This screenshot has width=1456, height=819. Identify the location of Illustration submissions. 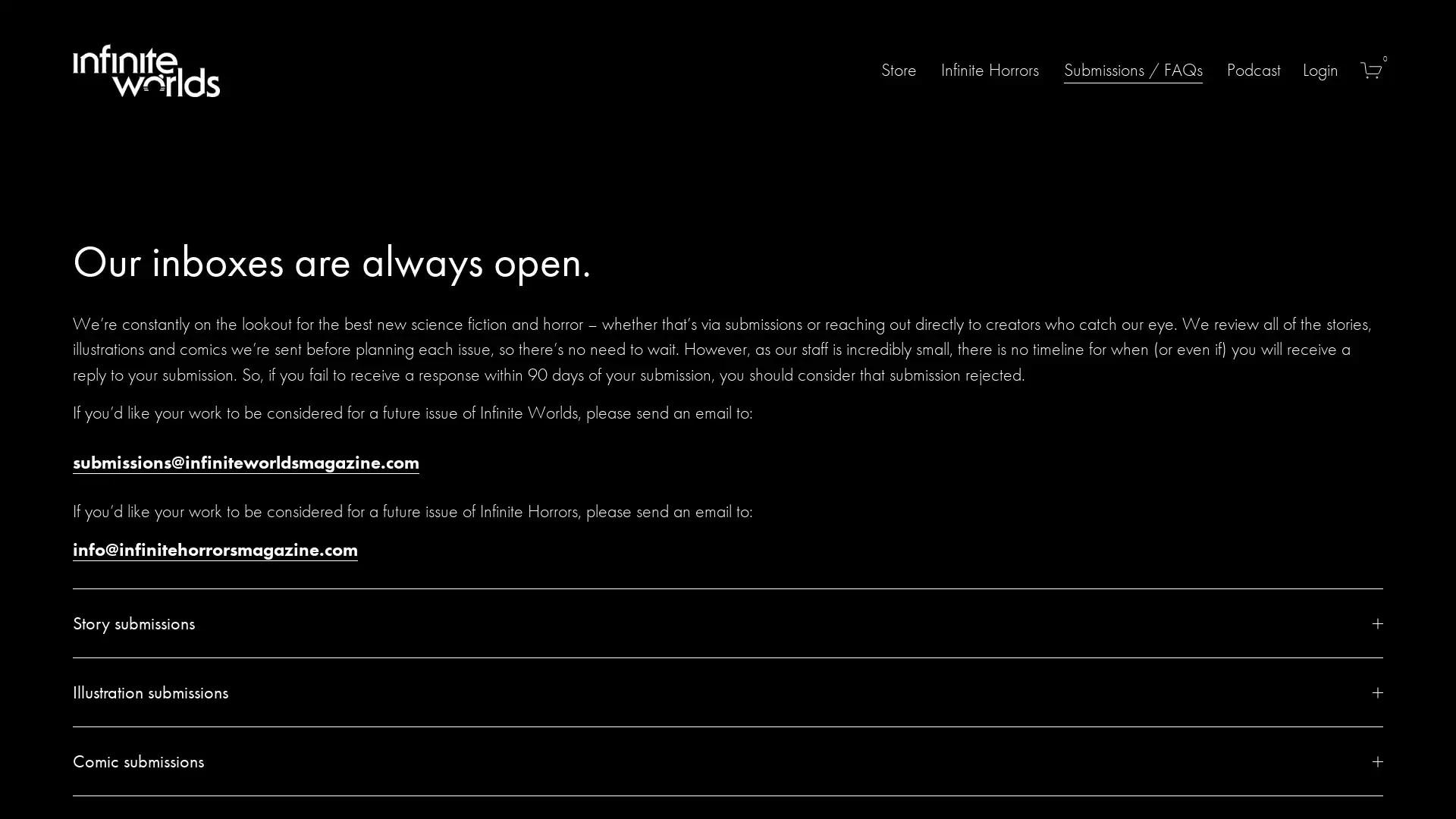
(728, 692).